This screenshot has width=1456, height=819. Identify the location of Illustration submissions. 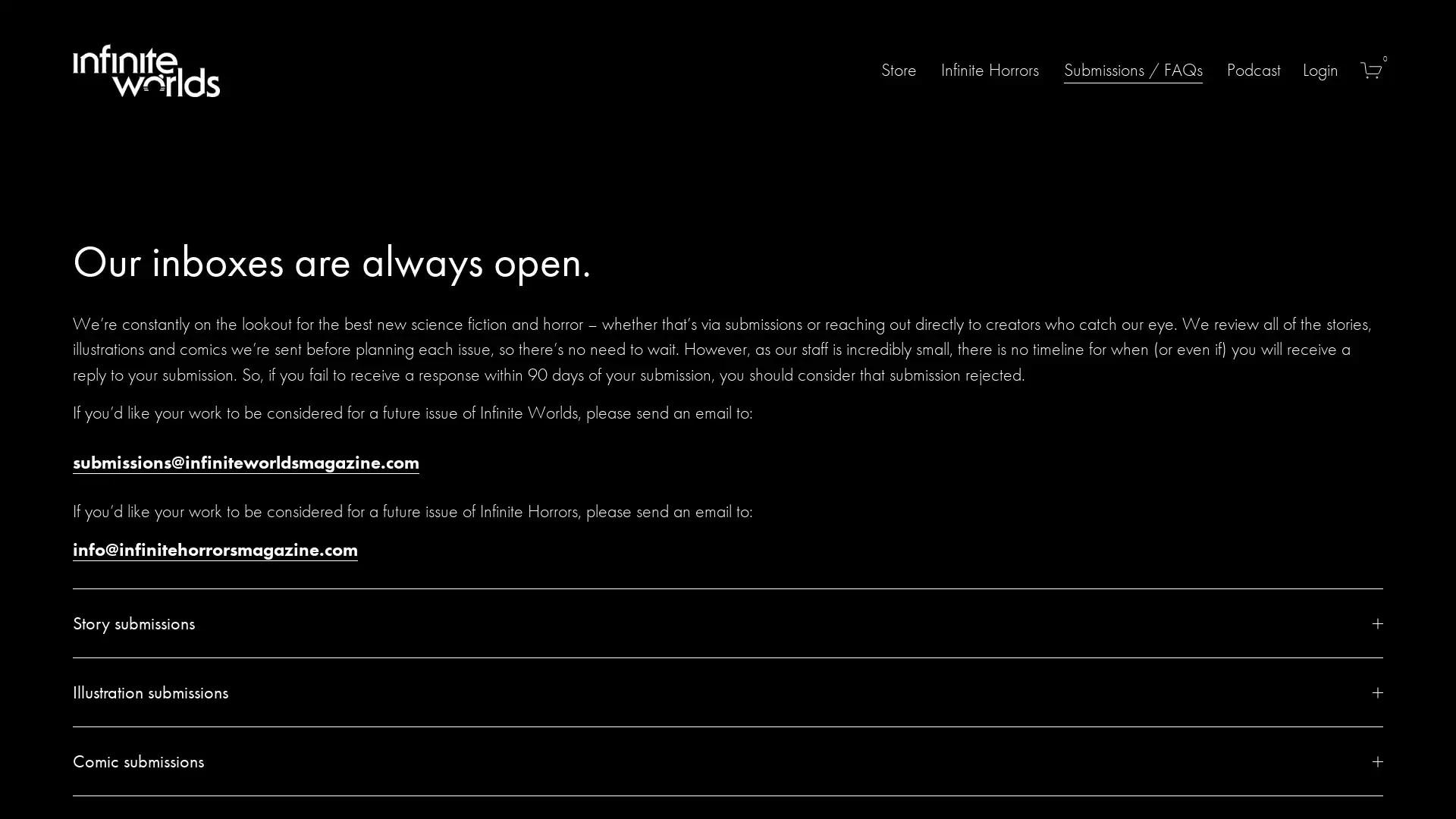
(728, 692).